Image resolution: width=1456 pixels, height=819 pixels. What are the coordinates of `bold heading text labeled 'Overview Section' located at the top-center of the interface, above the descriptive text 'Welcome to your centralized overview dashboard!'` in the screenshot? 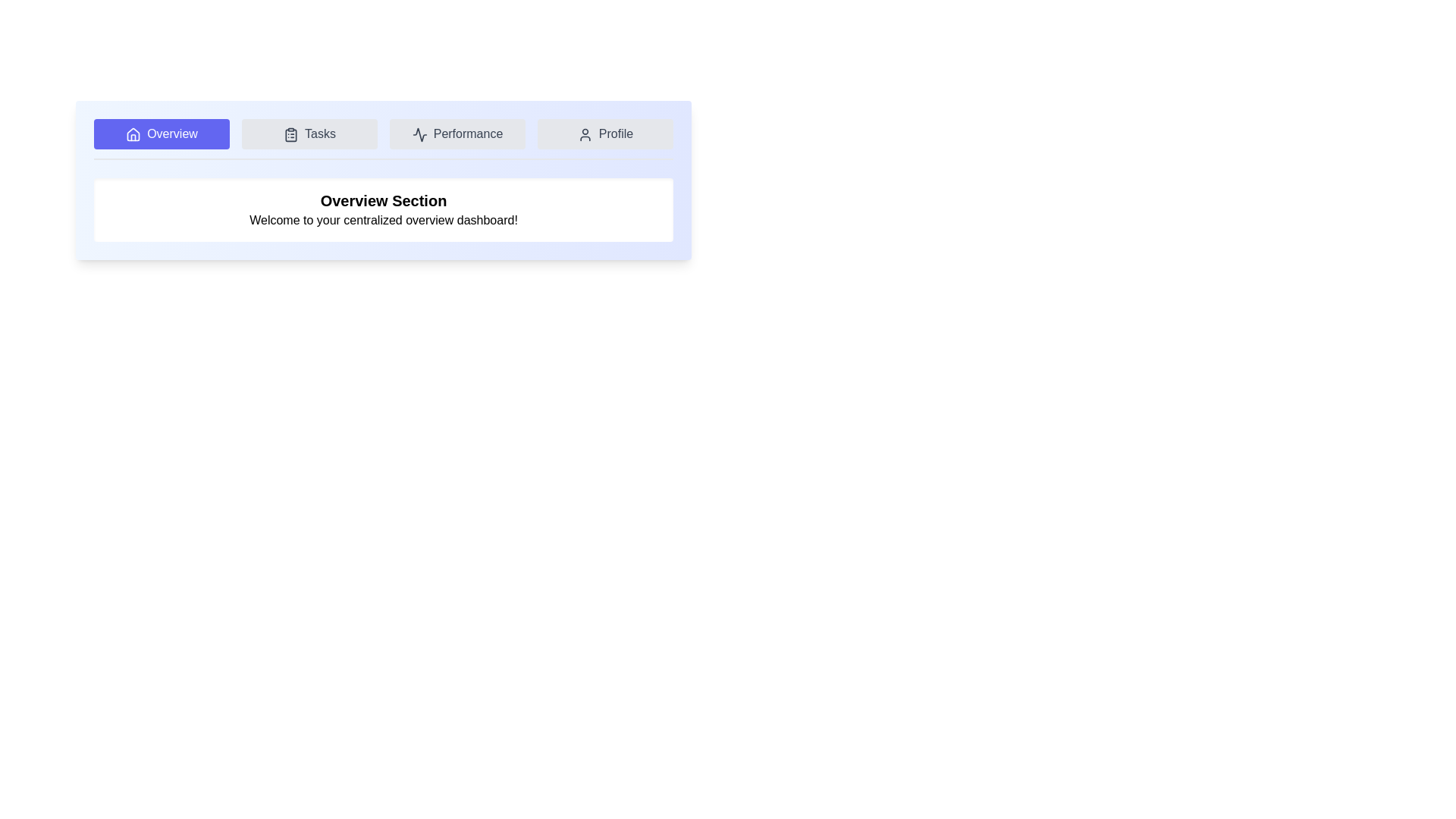 It's located at (383, 200).